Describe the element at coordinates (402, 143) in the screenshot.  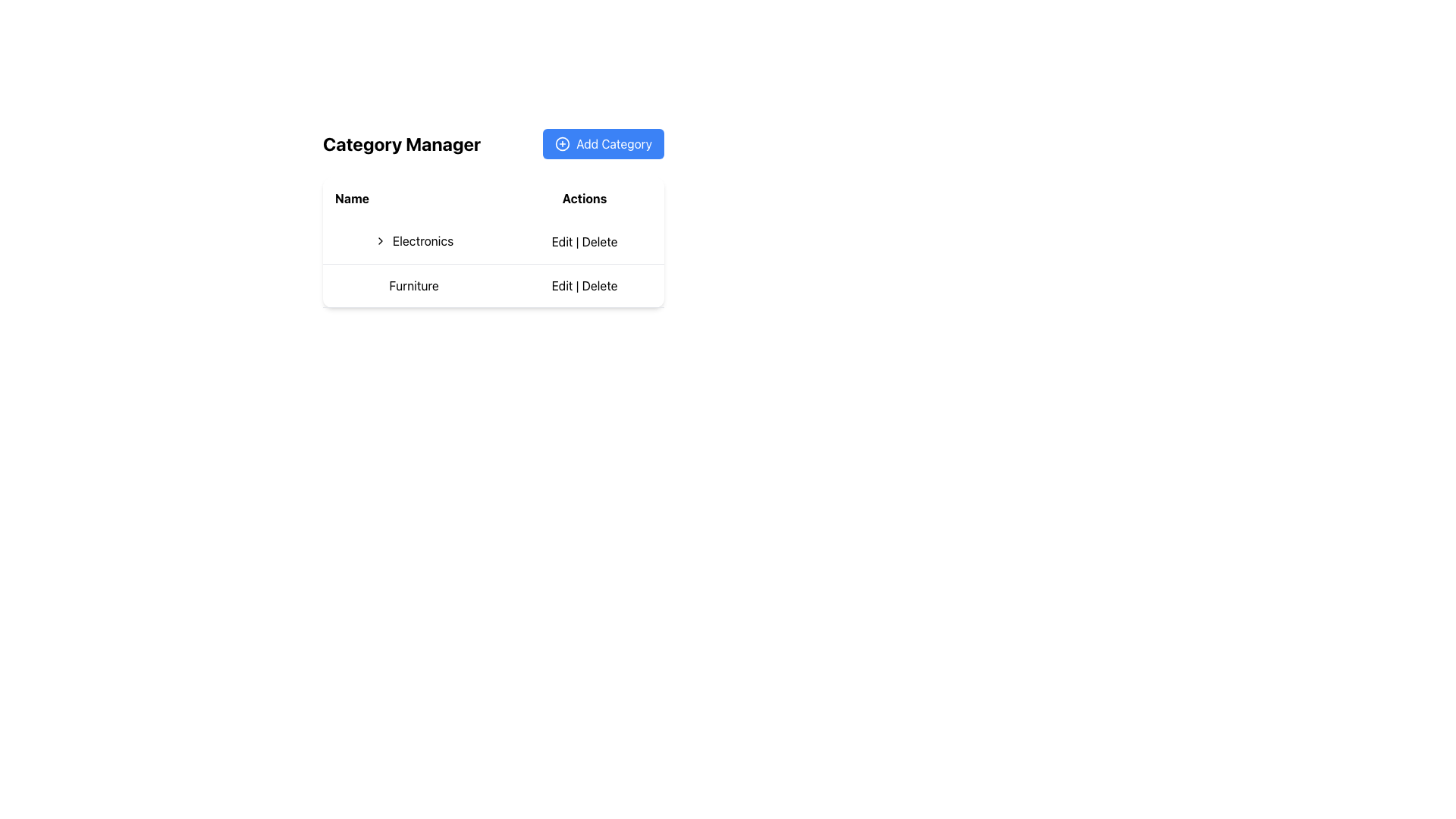
I see `the bold, black text label displaying 'Category Manager' located at the top-left section of the interface, positioned before the 'Add Category' button` at that location.